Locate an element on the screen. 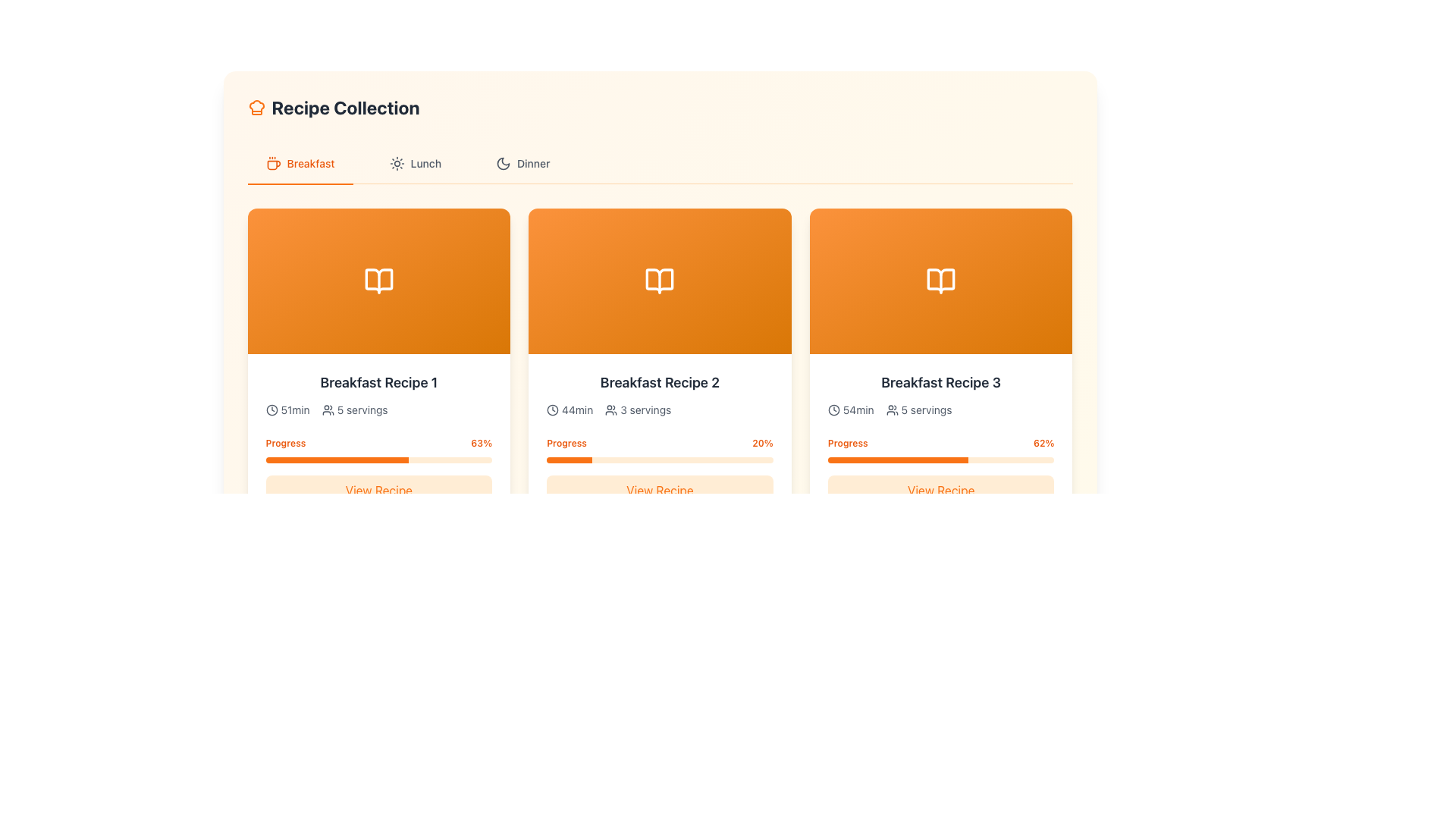 This screenshot has height=819, width=1456. progress status of the progress bar located in the third recipe card, which is situated below the recipe details and above the 'View Recipe' button is located at coordinates (378, 780).